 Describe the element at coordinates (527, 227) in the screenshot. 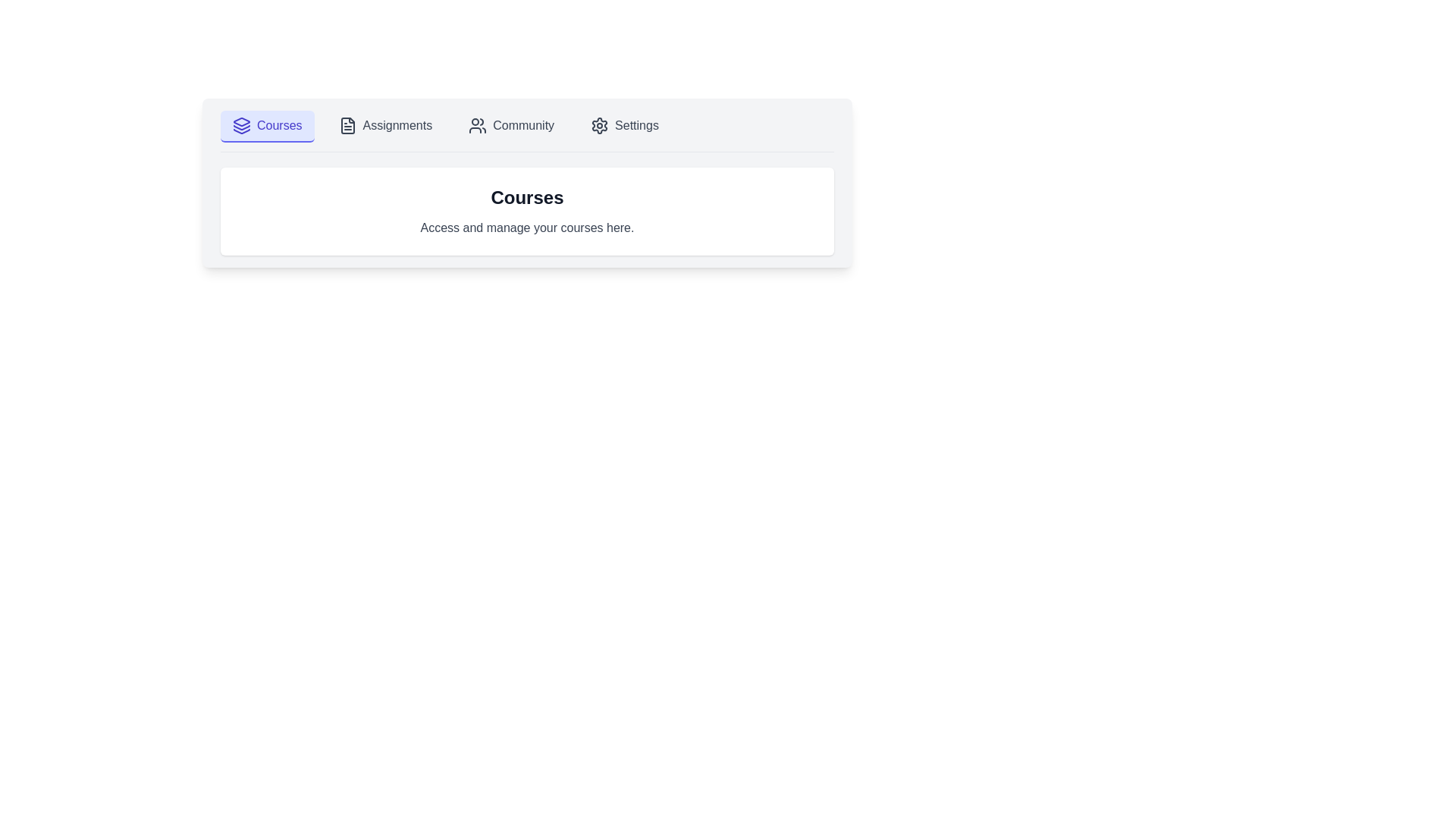

I see `the static text description located below the 'Courses' text for reading` at that location.